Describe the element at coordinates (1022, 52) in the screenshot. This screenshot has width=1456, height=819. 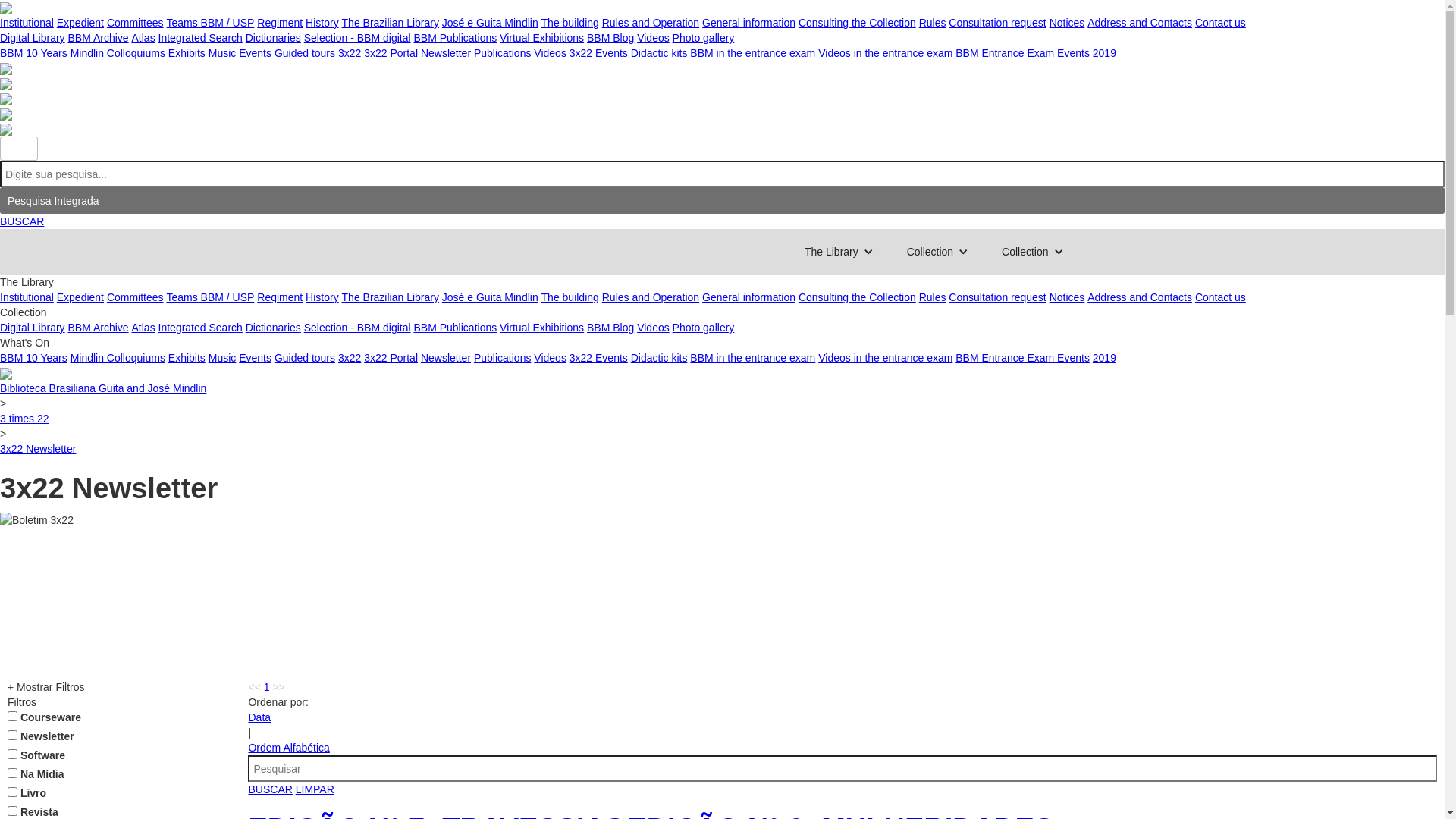
I see `'BBM Entrance Exam Events'` at that location.